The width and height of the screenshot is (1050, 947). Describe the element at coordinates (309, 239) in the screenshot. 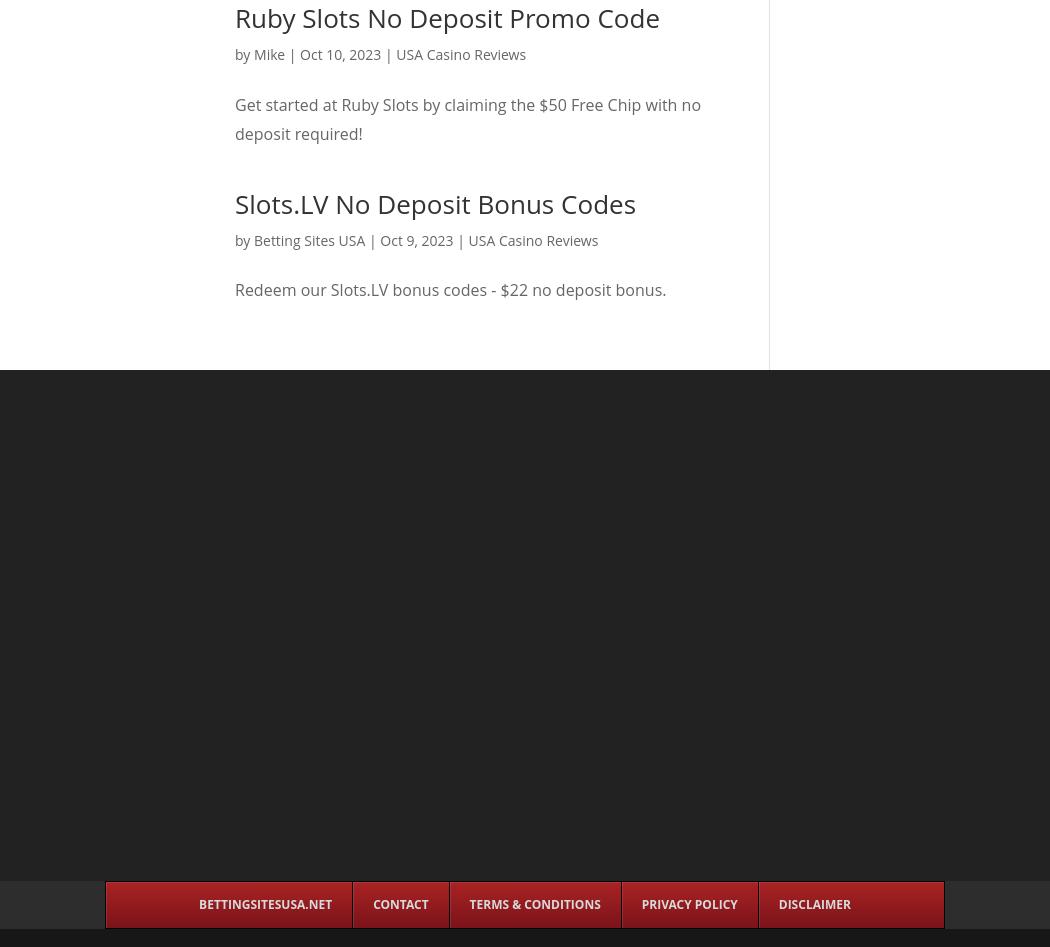

I see `'Betting Sites USA'` at that location.